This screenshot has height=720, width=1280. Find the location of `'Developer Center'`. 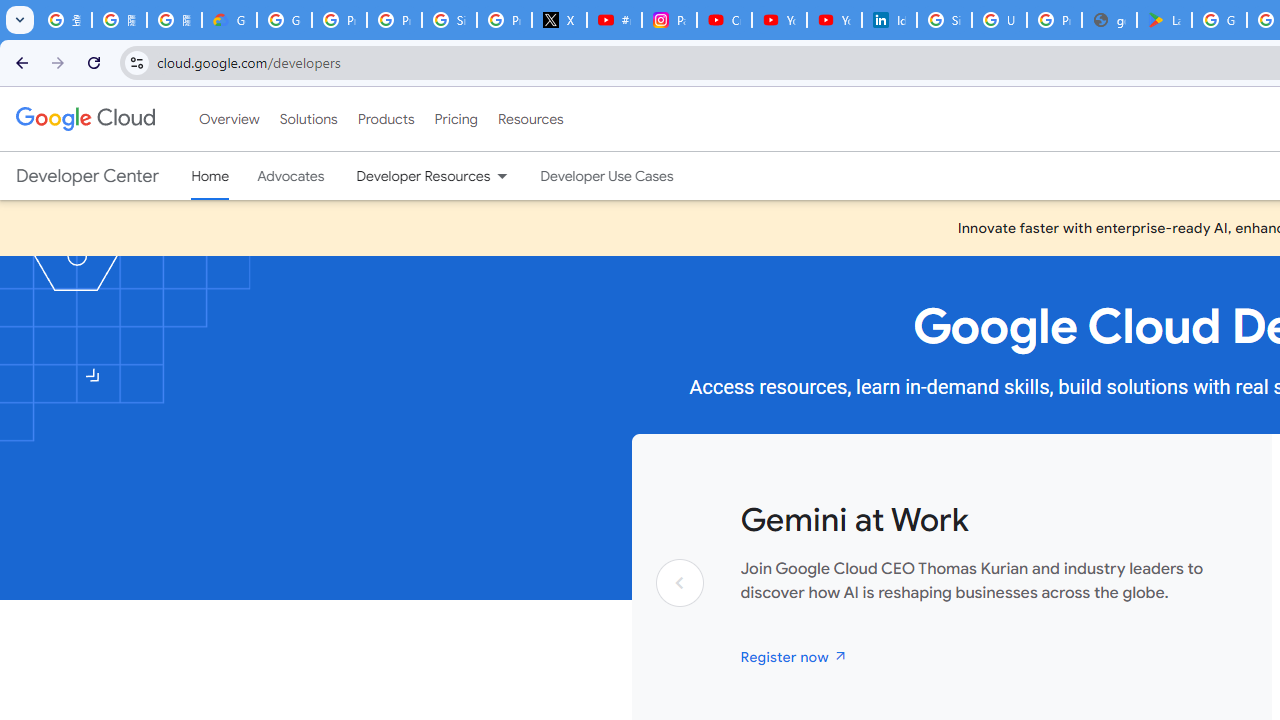

'Developer Center' is located at coordinates (86, 175).